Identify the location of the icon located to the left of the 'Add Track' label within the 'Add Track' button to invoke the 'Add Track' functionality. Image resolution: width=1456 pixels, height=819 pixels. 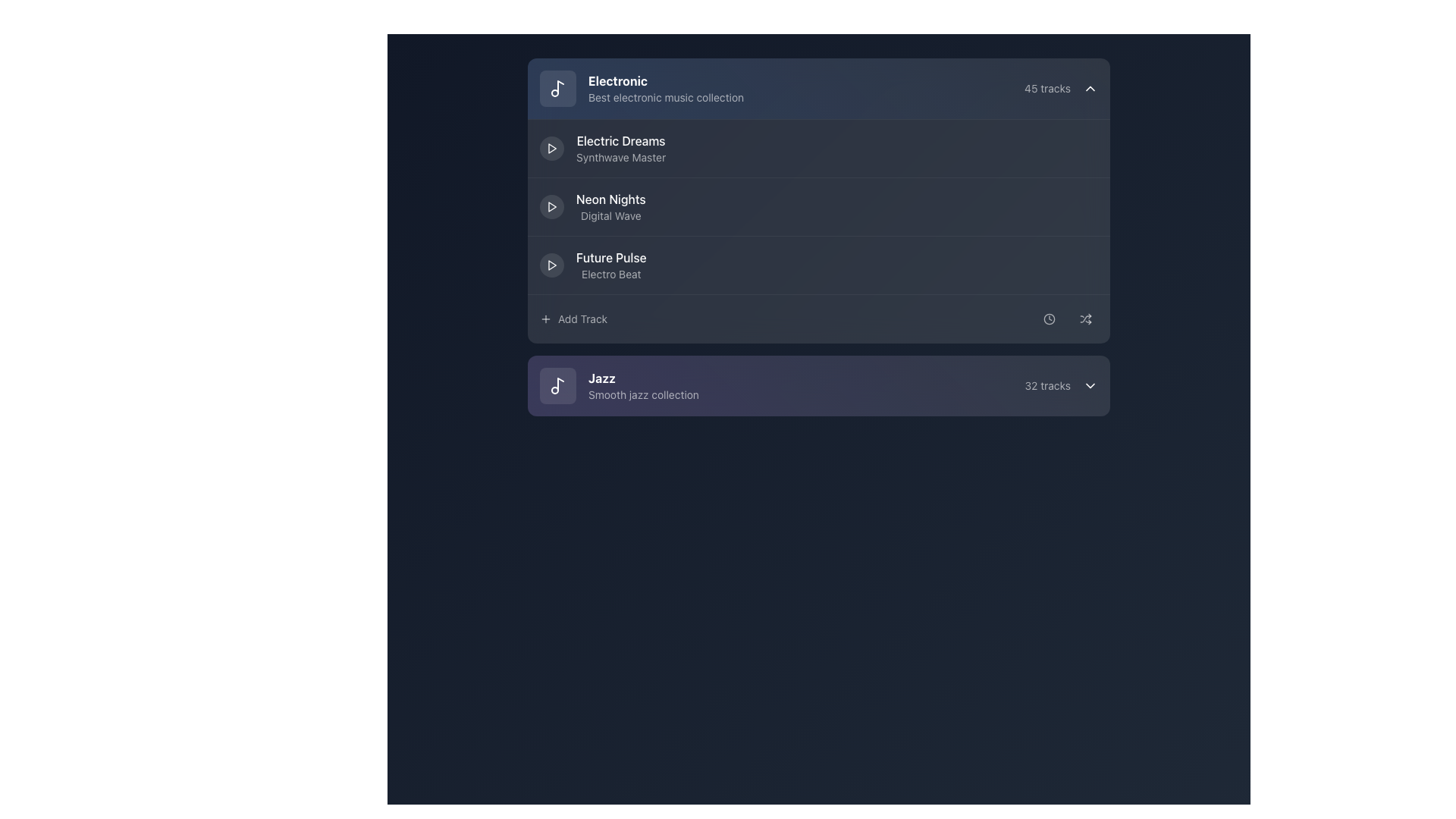
(546, 318).